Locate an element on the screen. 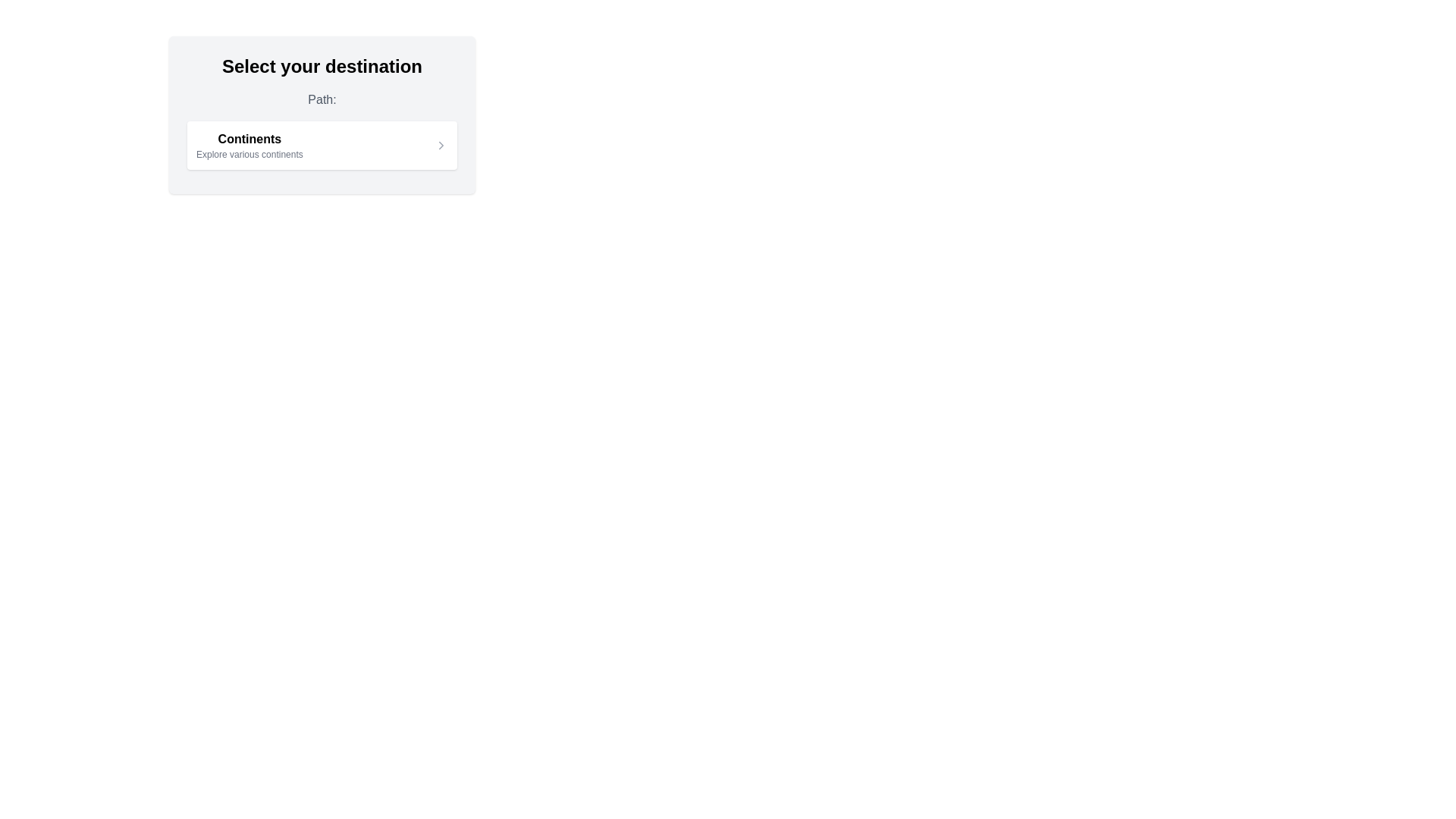  the text element consisting of a heading and subheading located beneath the header 'Select your destination' to visually highlight it is located at coordinates (249, 146).